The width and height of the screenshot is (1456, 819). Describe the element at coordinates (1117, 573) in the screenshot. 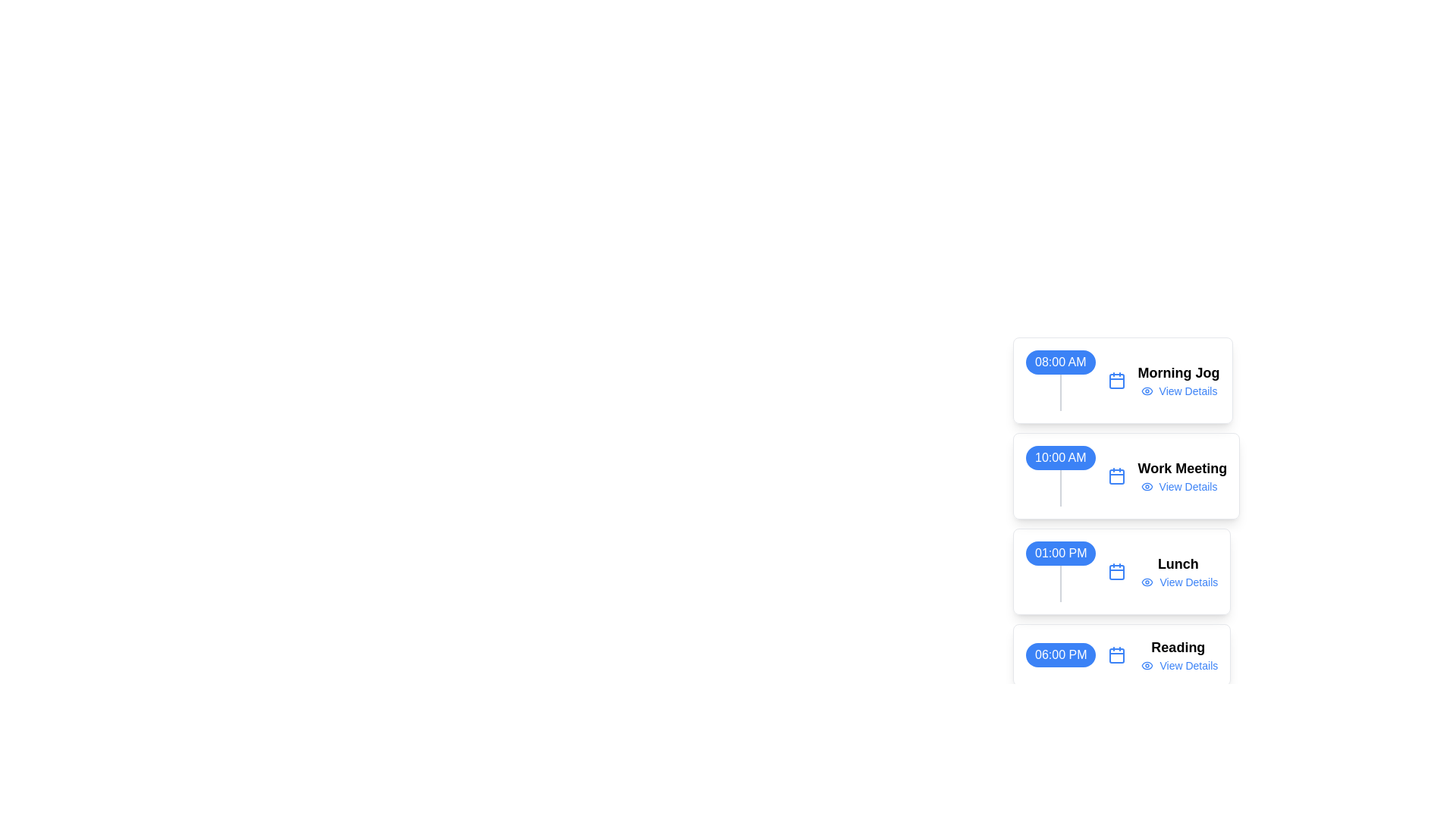

I see `the calendar icon representing a date or event in the timeline, which is located to the left of the '01:00 PM' time label and above 'Lunch'` at that location.